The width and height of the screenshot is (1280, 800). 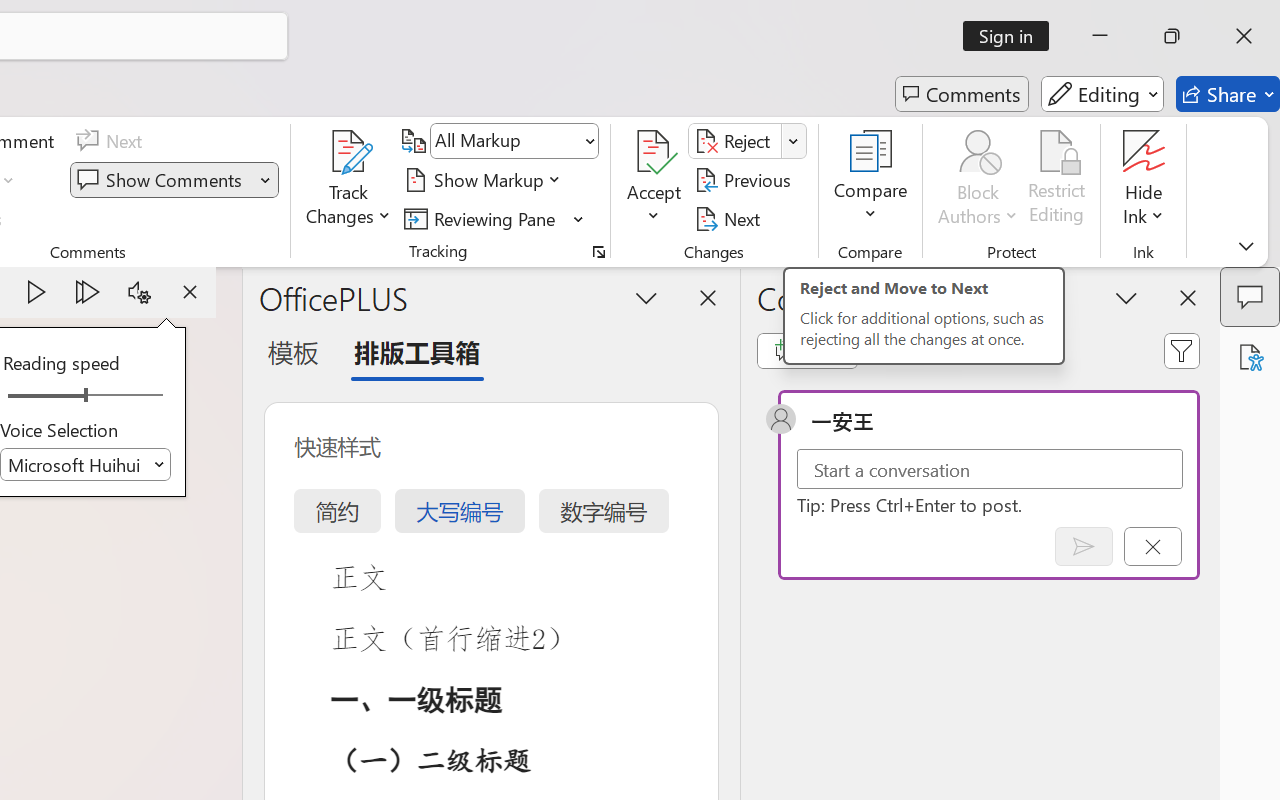 I want to click on 'Show Comments', so click(x=174, y=179).